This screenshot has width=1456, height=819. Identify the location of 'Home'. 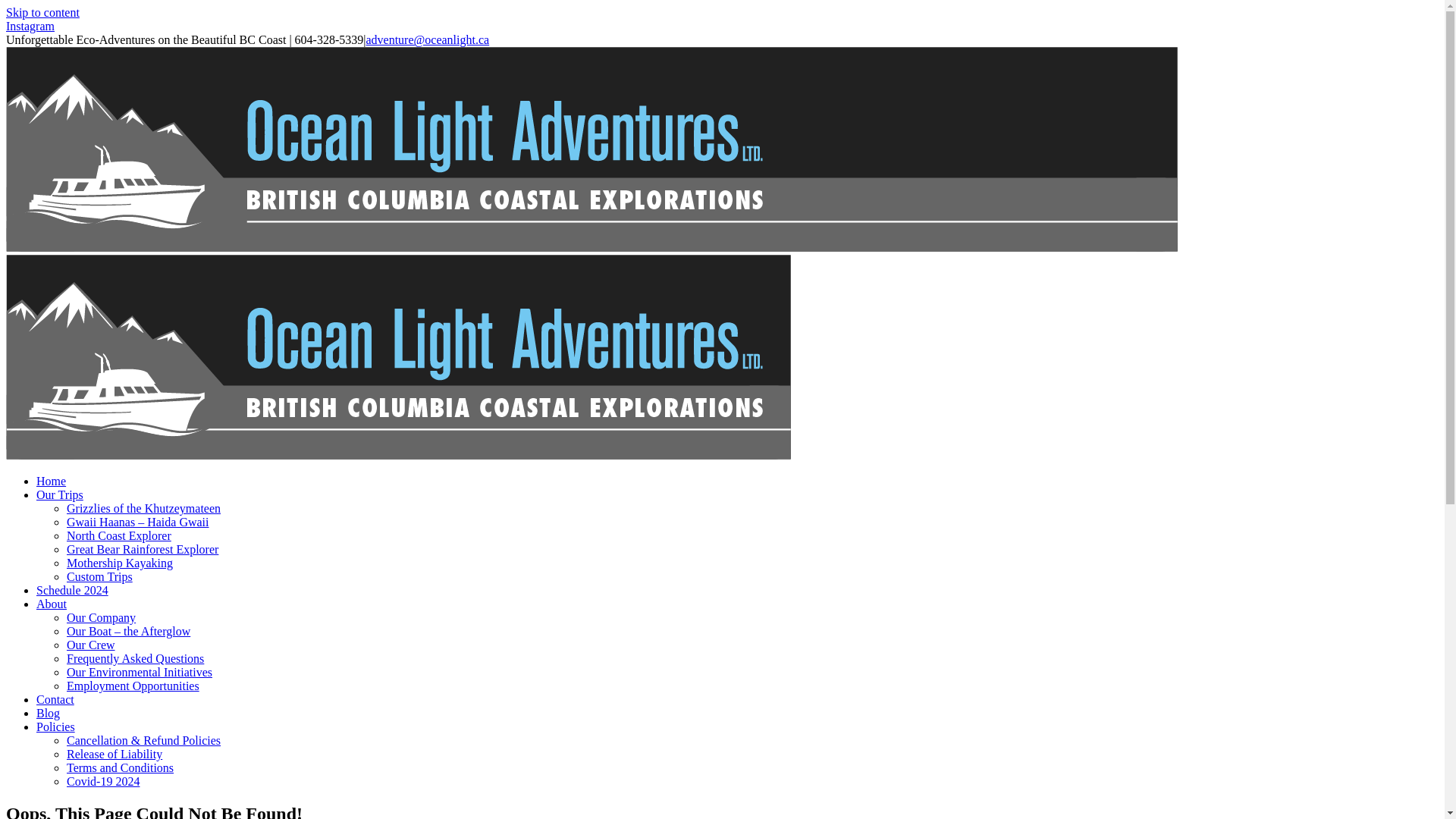
(51, 481).